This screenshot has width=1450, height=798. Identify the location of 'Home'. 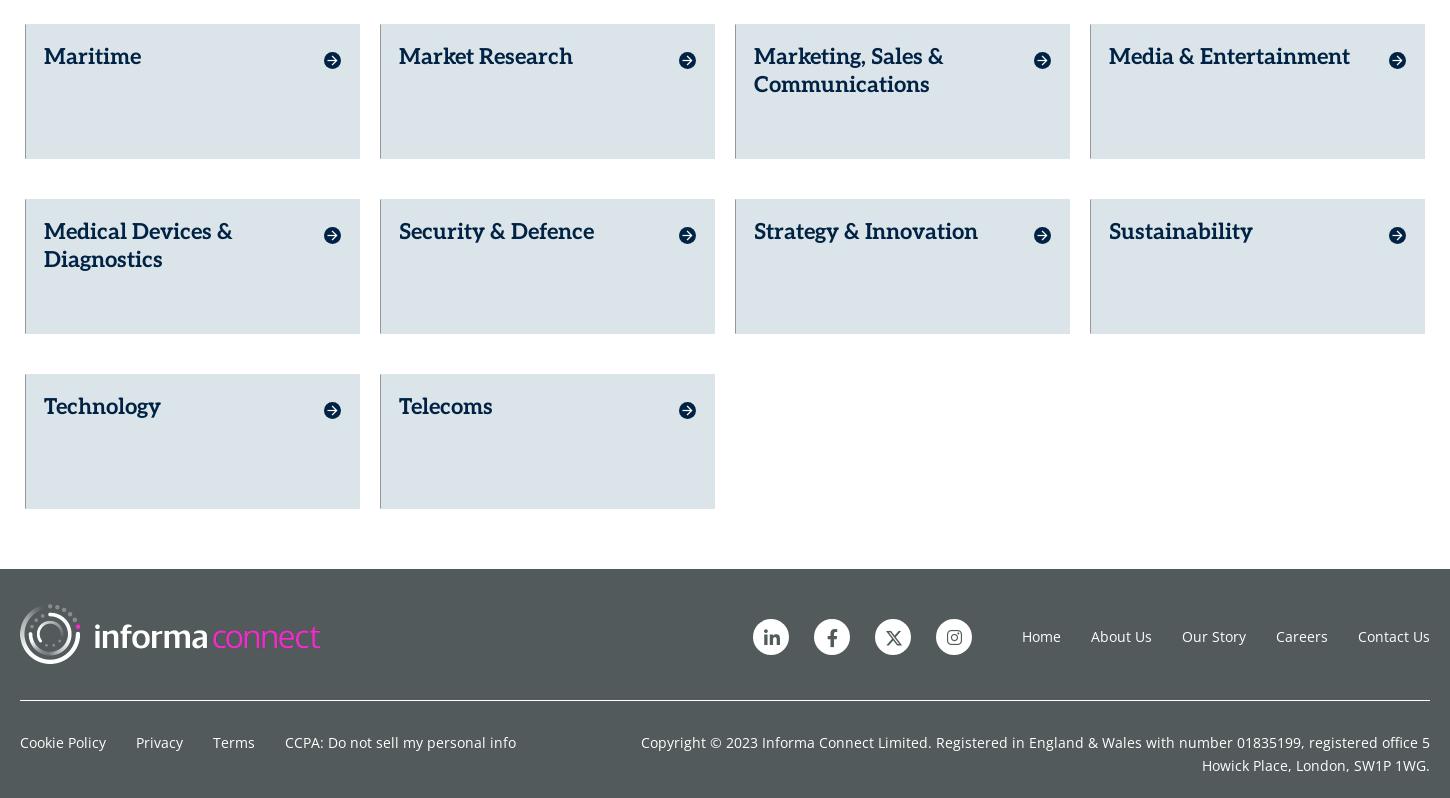
(1041, 627).